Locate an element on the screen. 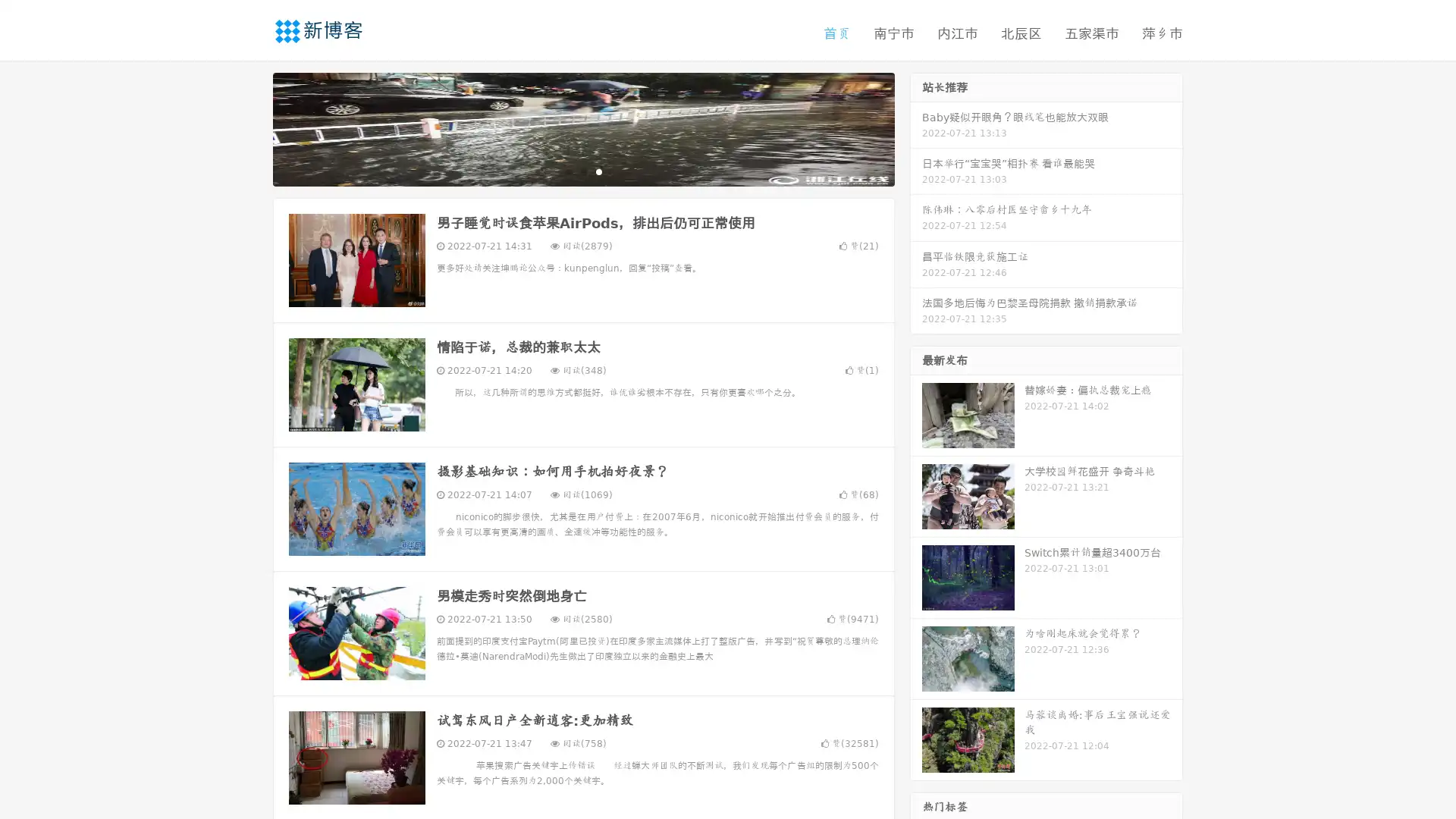 This screenshot has height=819, width=1456. Go to slide 1 is located at coordinates (567, 171).